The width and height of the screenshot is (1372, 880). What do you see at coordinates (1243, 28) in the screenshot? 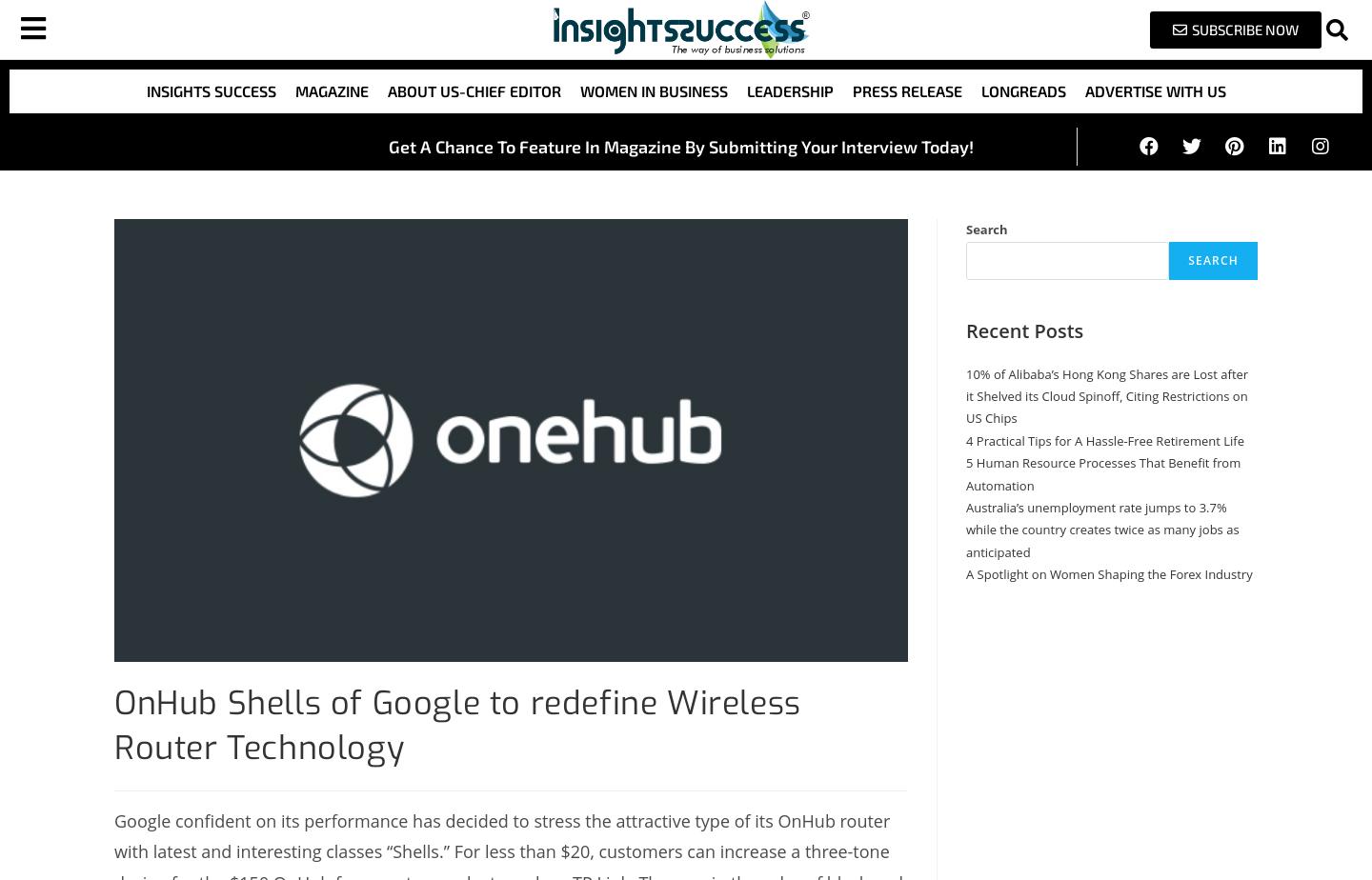
I see `'subscribe Now'` at bounding box center [1243, 28].